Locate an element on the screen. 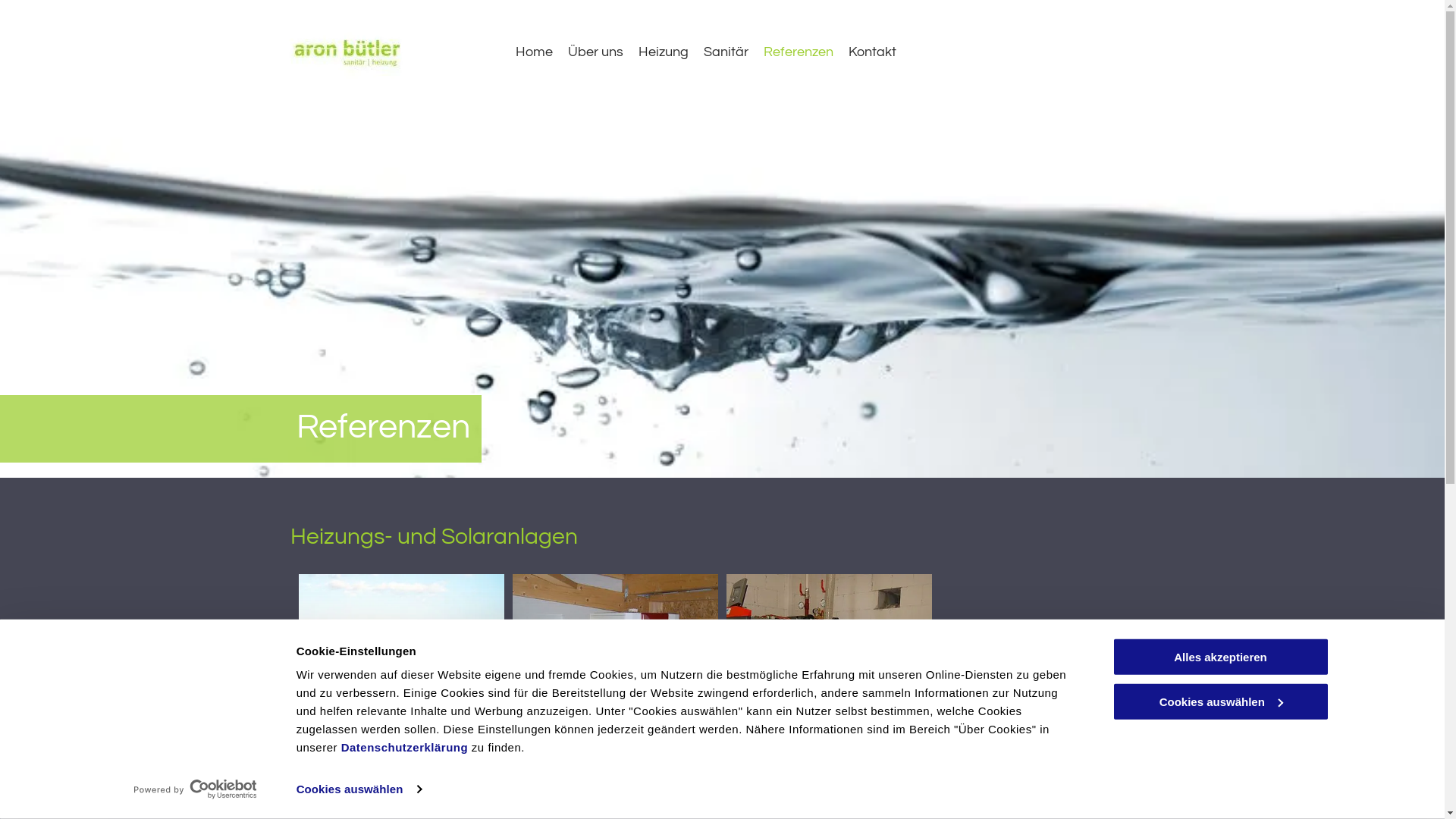 Image resolution: width=1456 pixels, height=819 pixels. 'Heizung' is located at coordinates (663, 51).